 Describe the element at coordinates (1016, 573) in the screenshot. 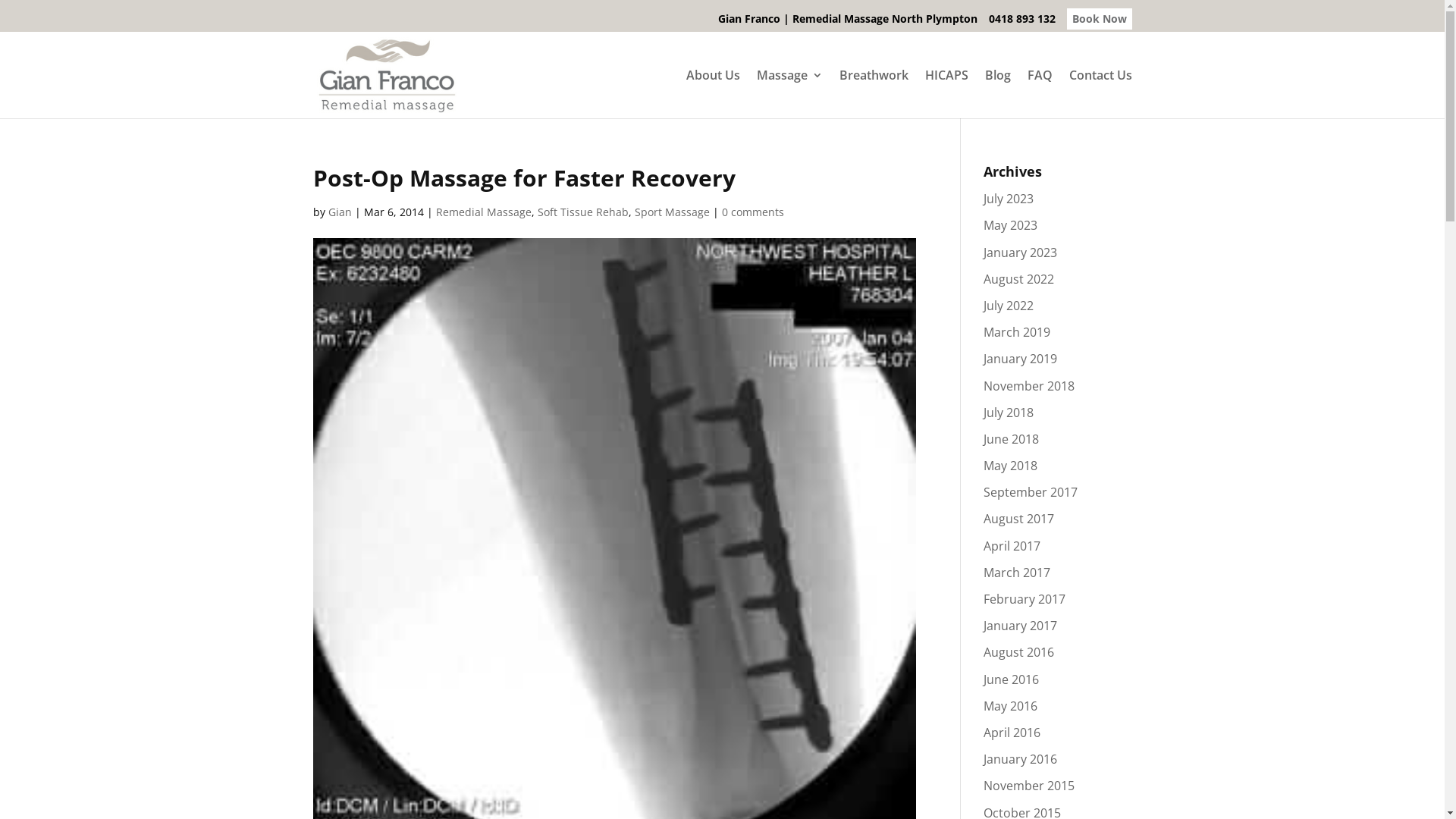

I see `'March 2017'` at that location.